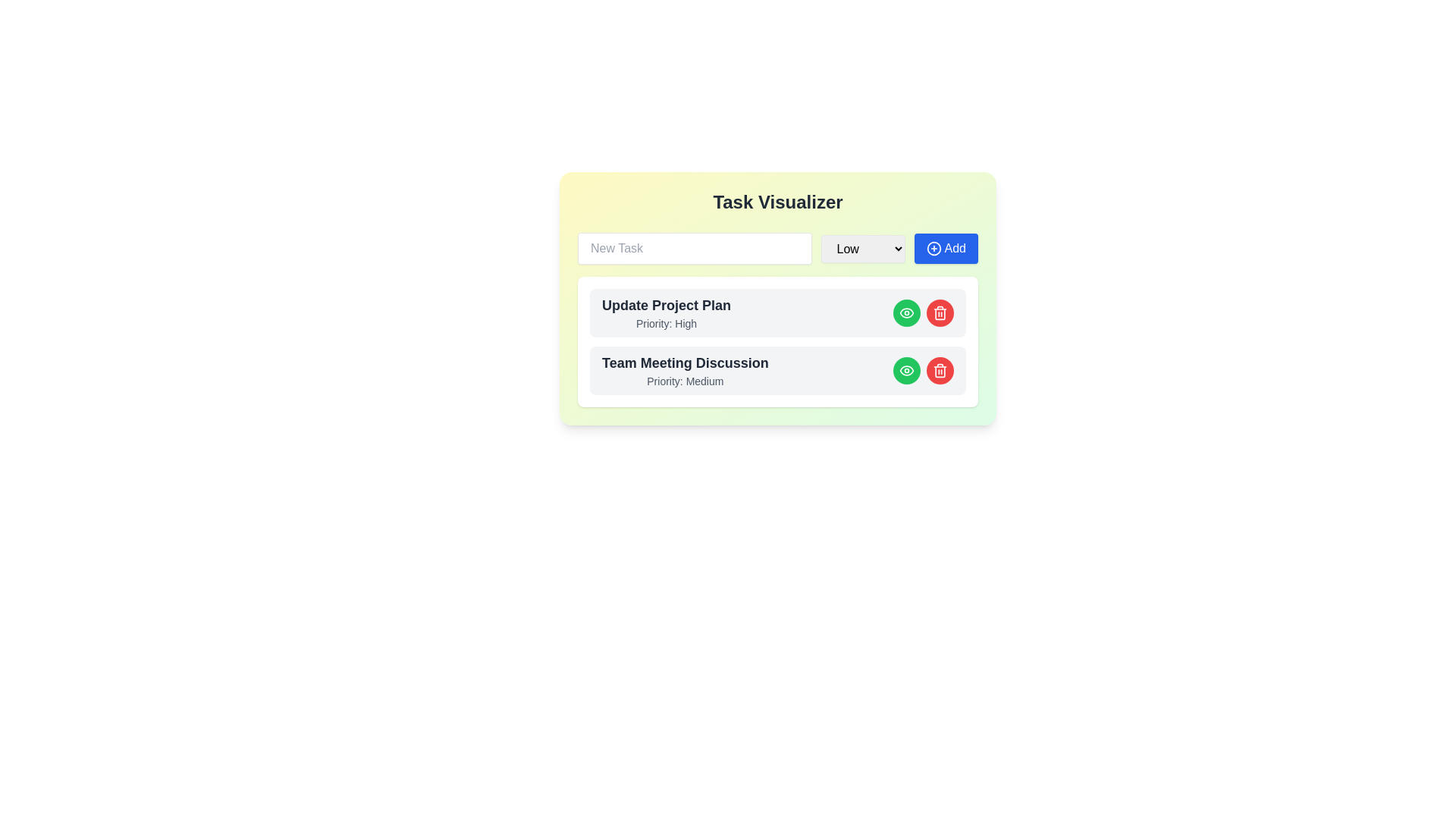 The width and height of the screenshot is (1456, 819). Describe the element at coordinates (906, 371) in the screenshot. I see `the circular green button with a white eye icon indicating a 'view' action, located in the 'Team Meeting Discussion' section, to change its color` at that location.